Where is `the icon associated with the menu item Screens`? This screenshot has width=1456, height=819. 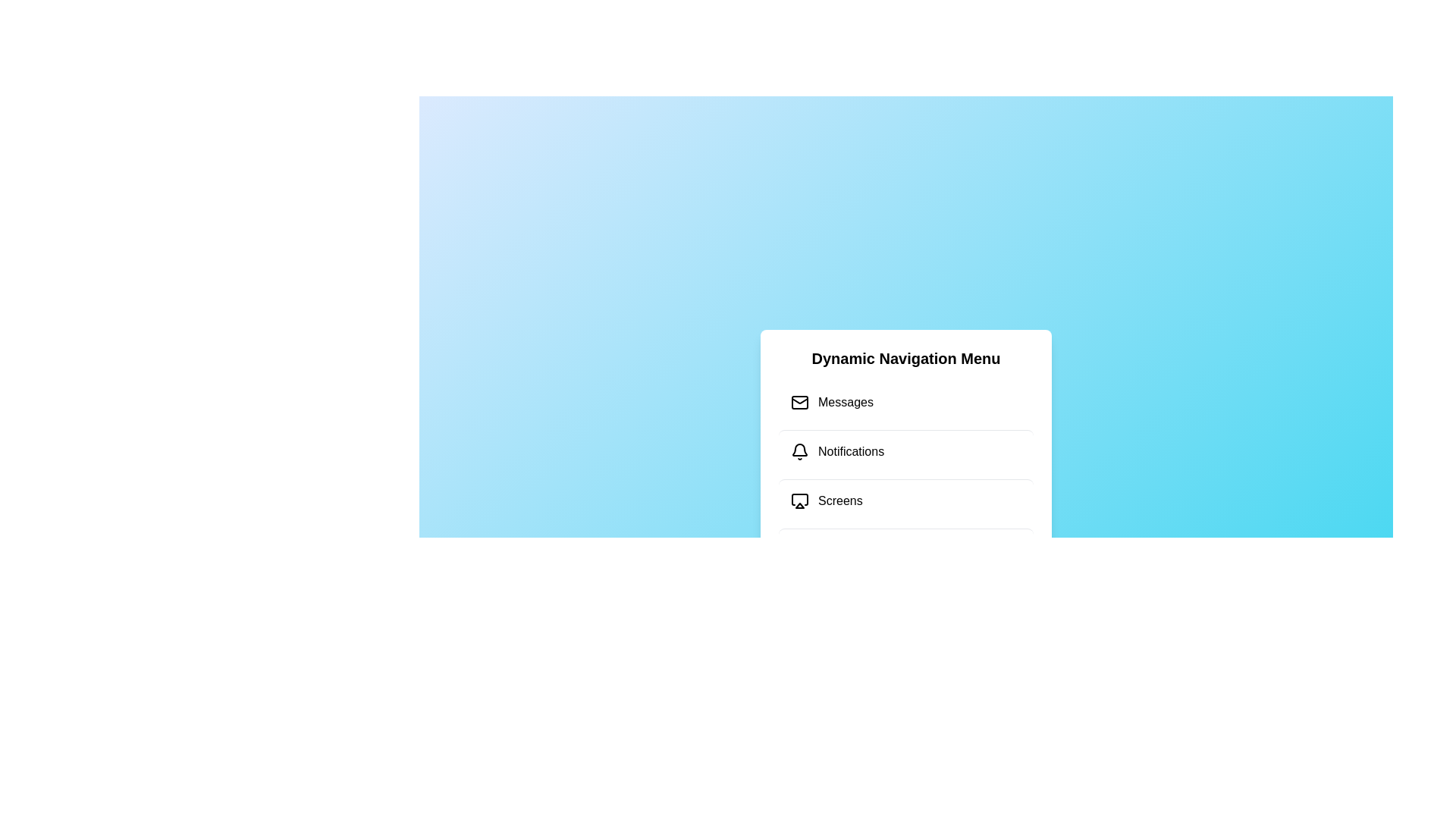
the icon associated with the menu item Screens is located at coordinates (799, 500).